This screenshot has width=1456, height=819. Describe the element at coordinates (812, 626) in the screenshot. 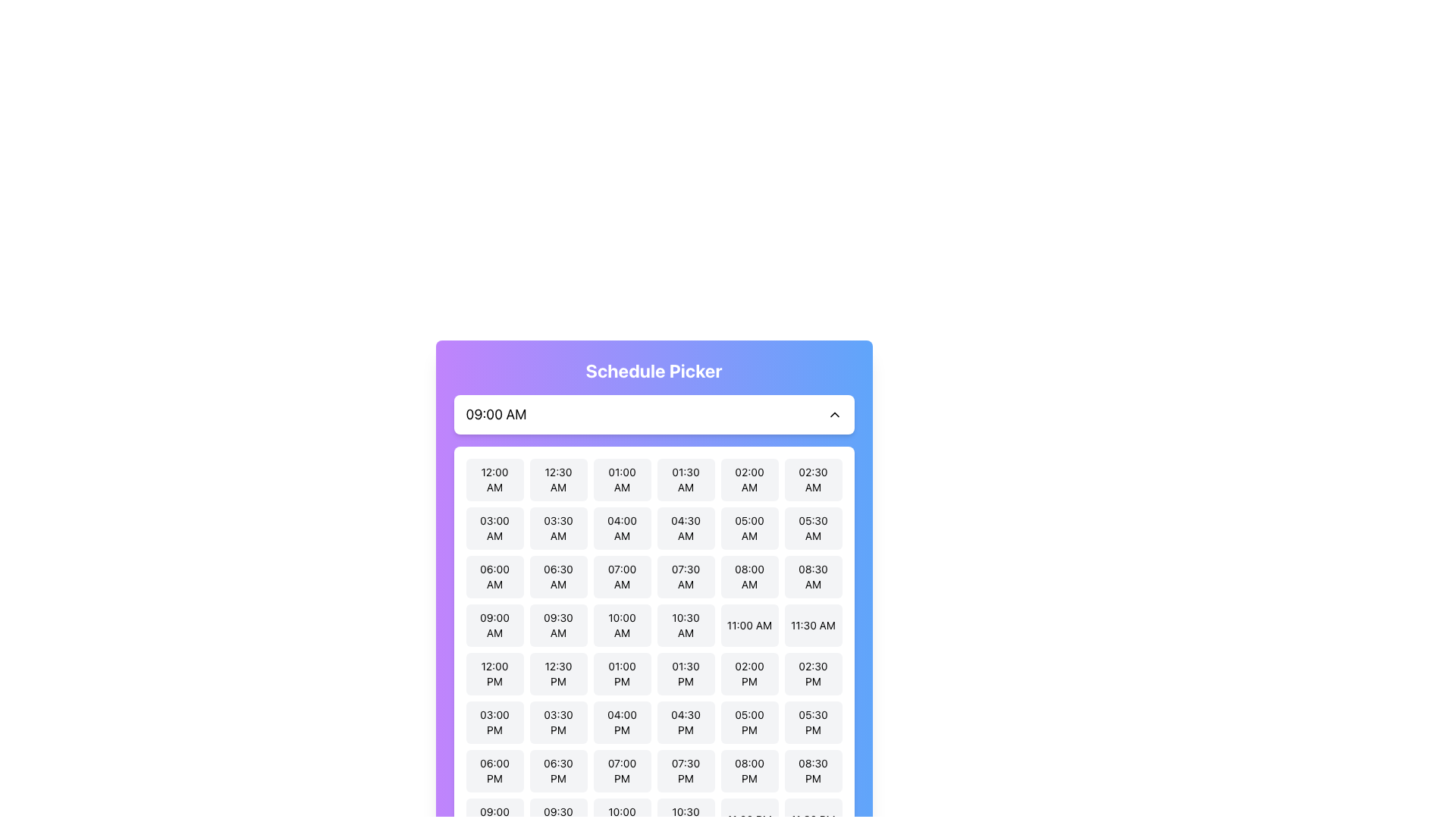

I see `the button labeled '11:30 AM' in the scheduling picker` at that location.